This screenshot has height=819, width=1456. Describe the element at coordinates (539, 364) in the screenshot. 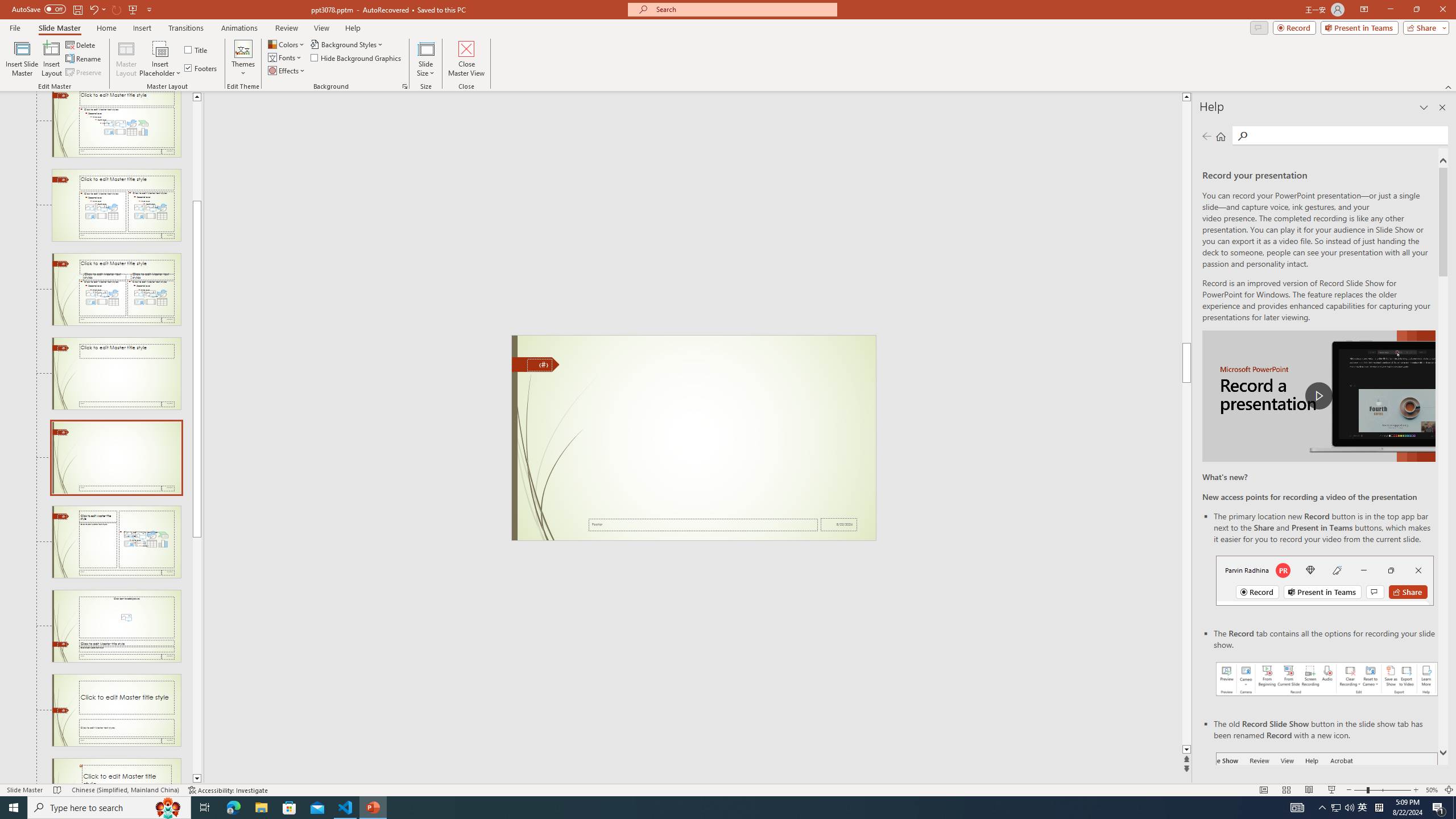

I see `'Slide Number'` at that location.